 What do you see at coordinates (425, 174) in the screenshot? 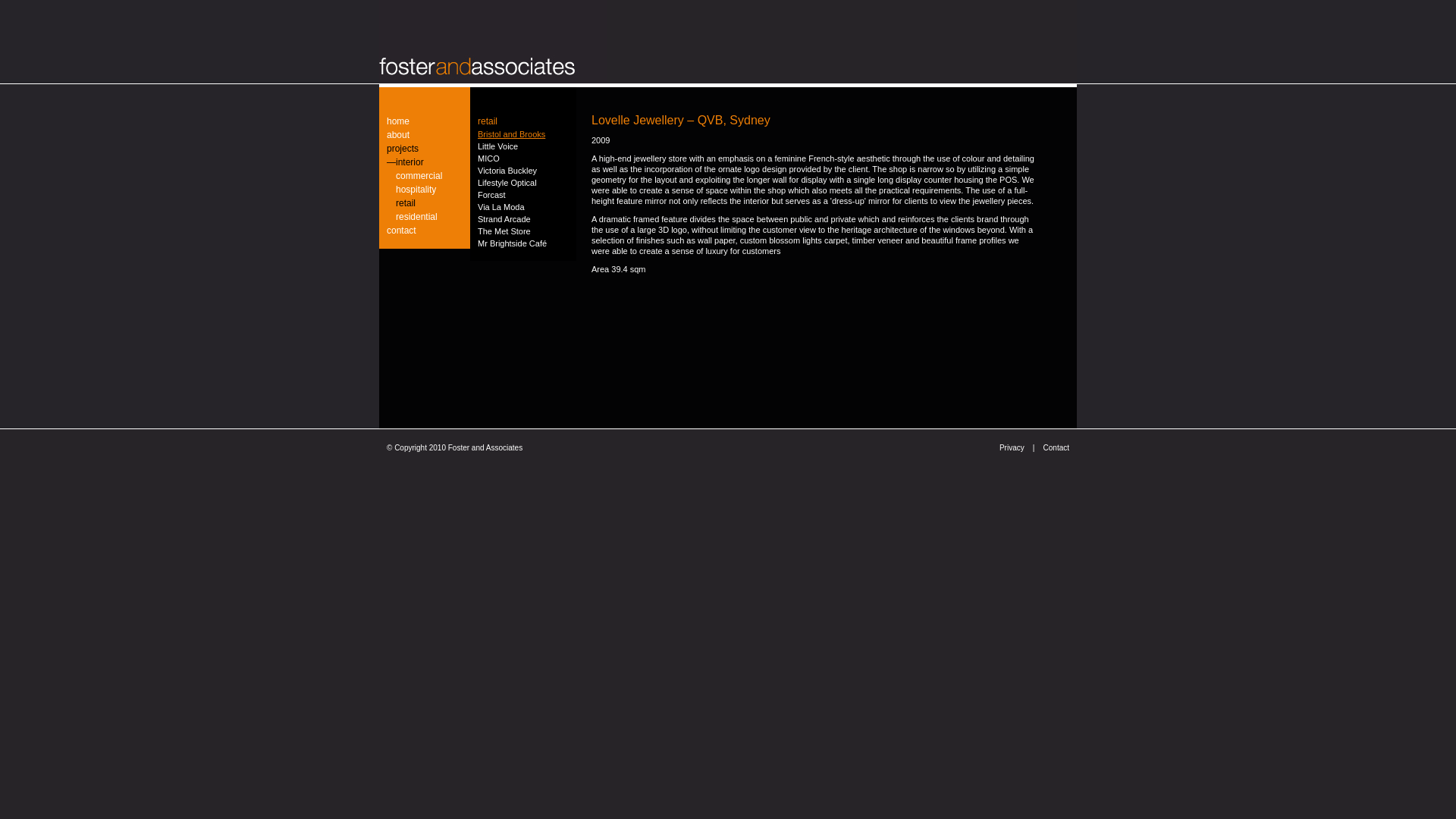
I see `'commercial'` at bounding box center [425, 174].